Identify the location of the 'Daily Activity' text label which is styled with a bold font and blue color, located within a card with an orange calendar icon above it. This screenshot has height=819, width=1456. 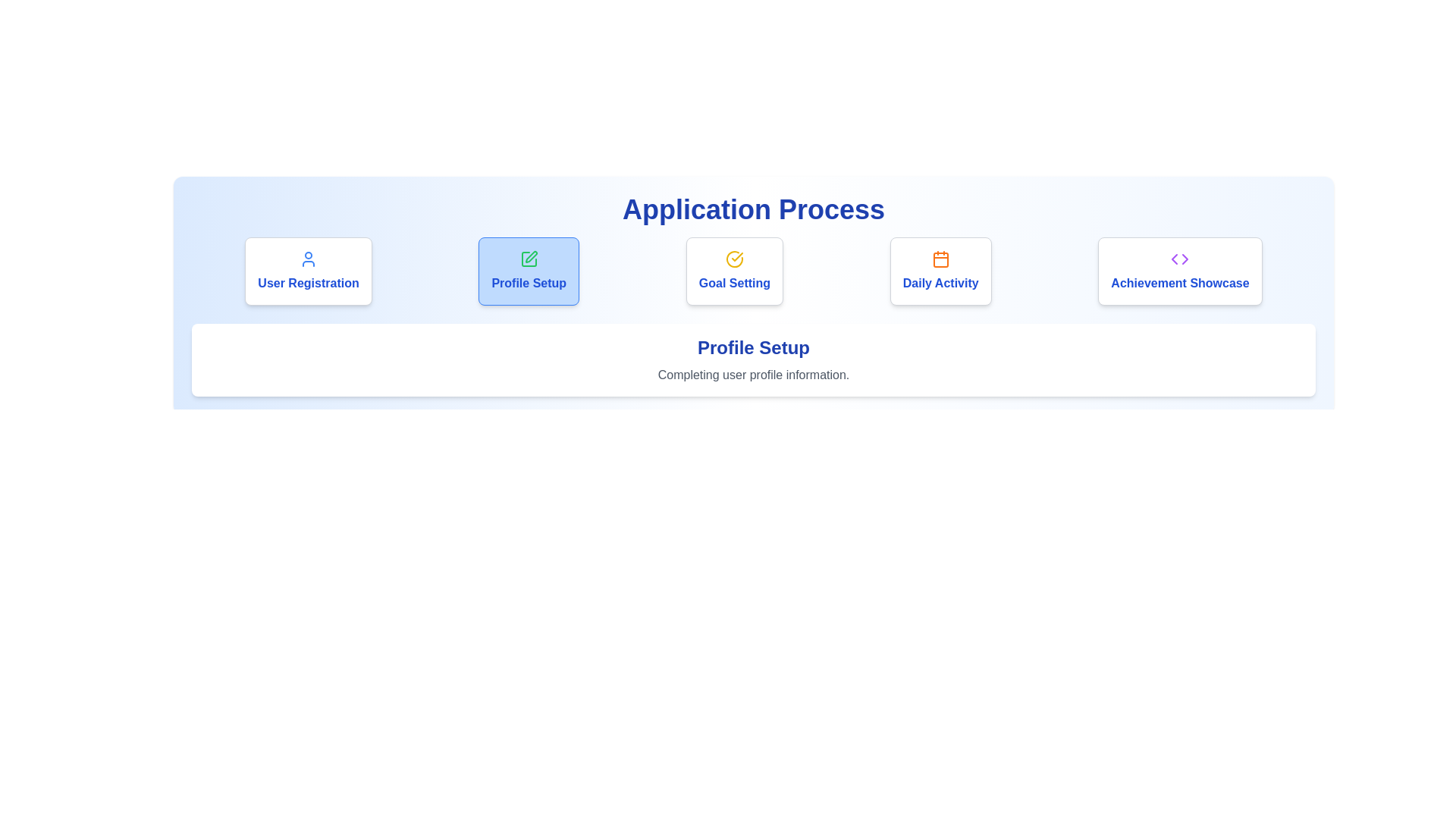
(940, 284).